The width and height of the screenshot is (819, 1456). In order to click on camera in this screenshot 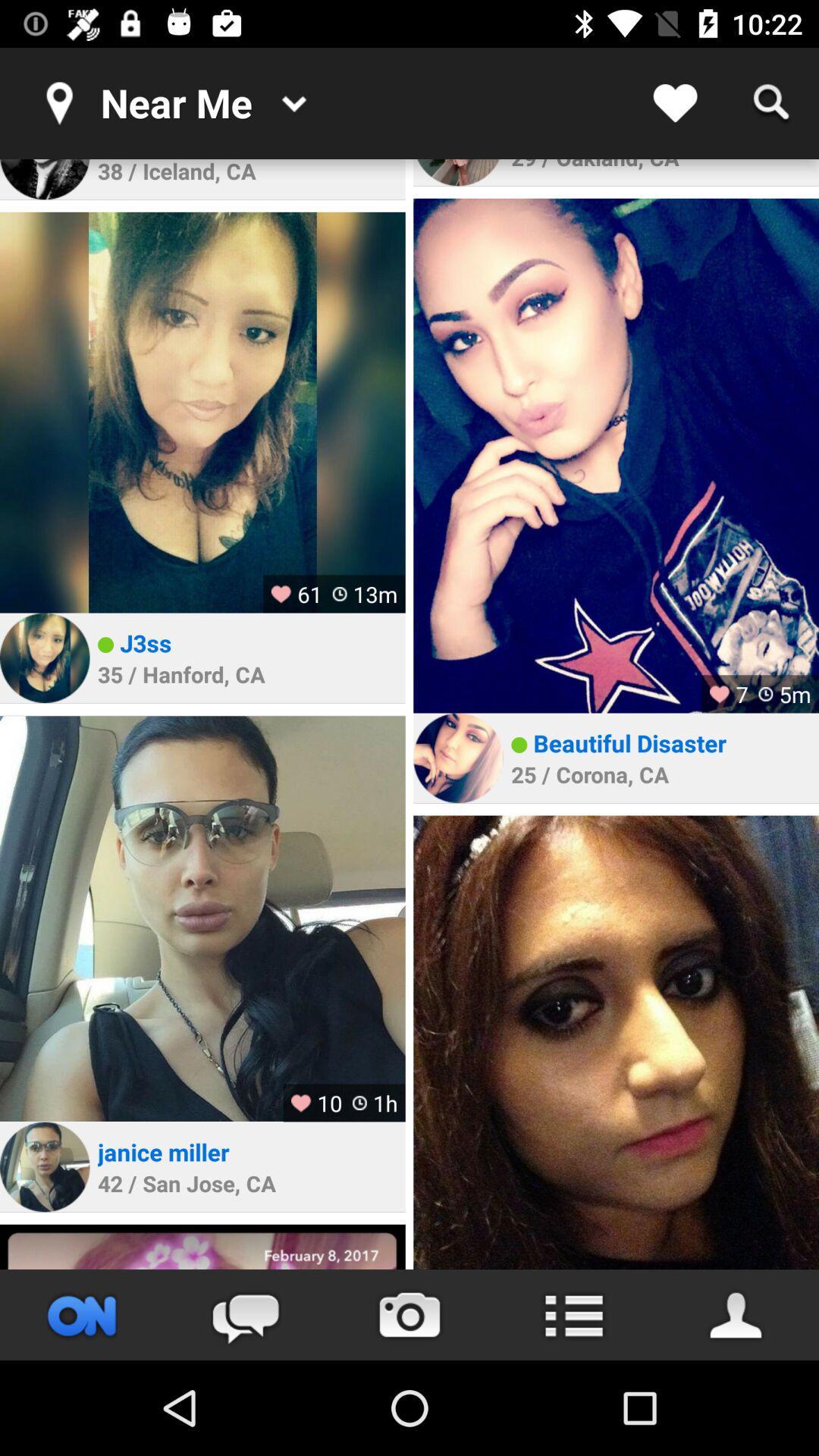, I will do `click(409, 1314)`.